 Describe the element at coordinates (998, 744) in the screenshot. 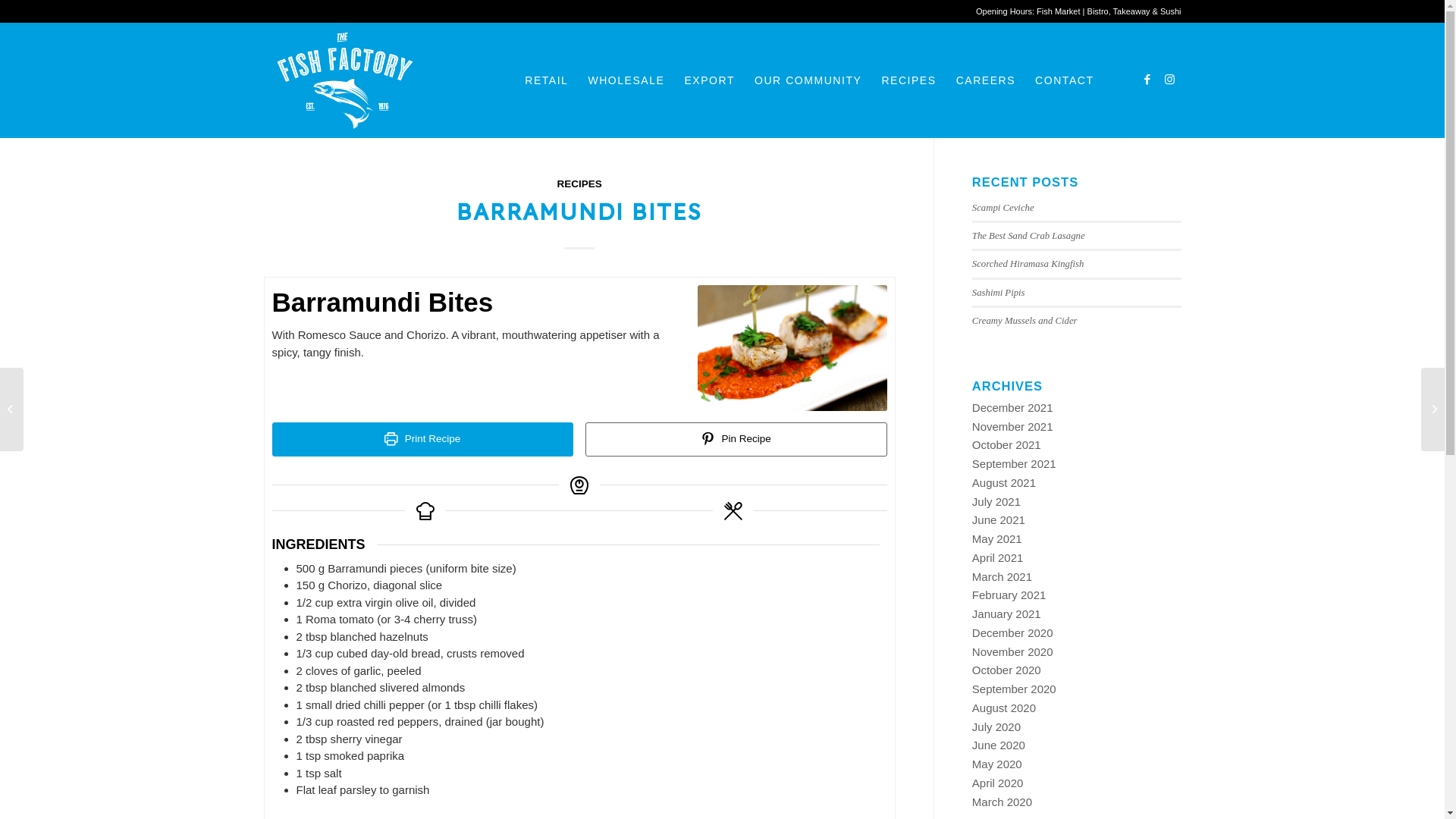

I see `'June 2020'` at that location.